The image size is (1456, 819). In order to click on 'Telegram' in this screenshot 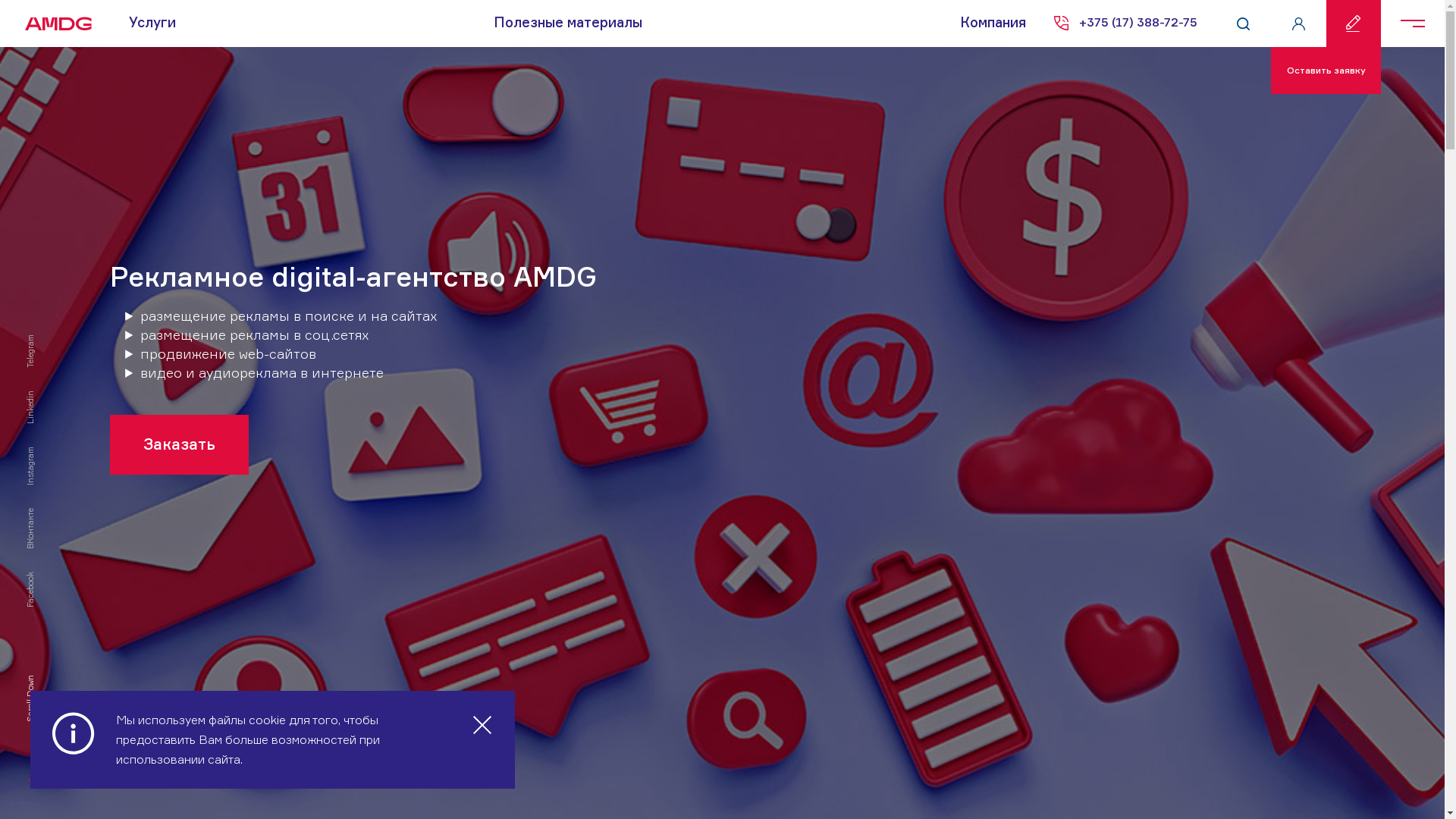, I will do `click(41, 338)`.